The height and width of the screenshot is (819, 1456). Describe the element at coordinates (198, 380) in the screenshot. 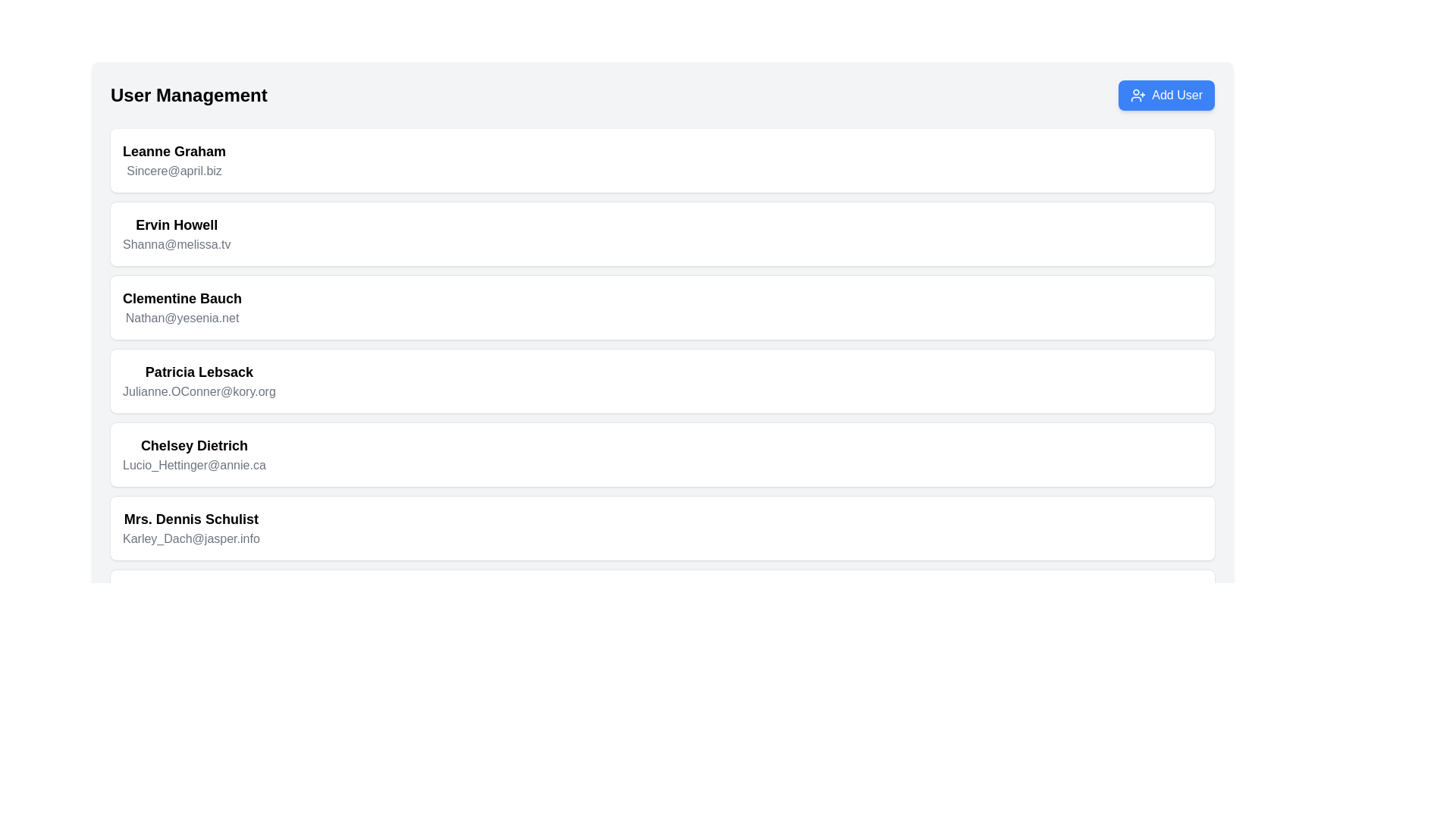

I see `displayed information from the textual information block that shows 'Patricia Lebsack' and 'Julianne.OConner@kory.org', which is the fourth entry in the user cards list` at that location.